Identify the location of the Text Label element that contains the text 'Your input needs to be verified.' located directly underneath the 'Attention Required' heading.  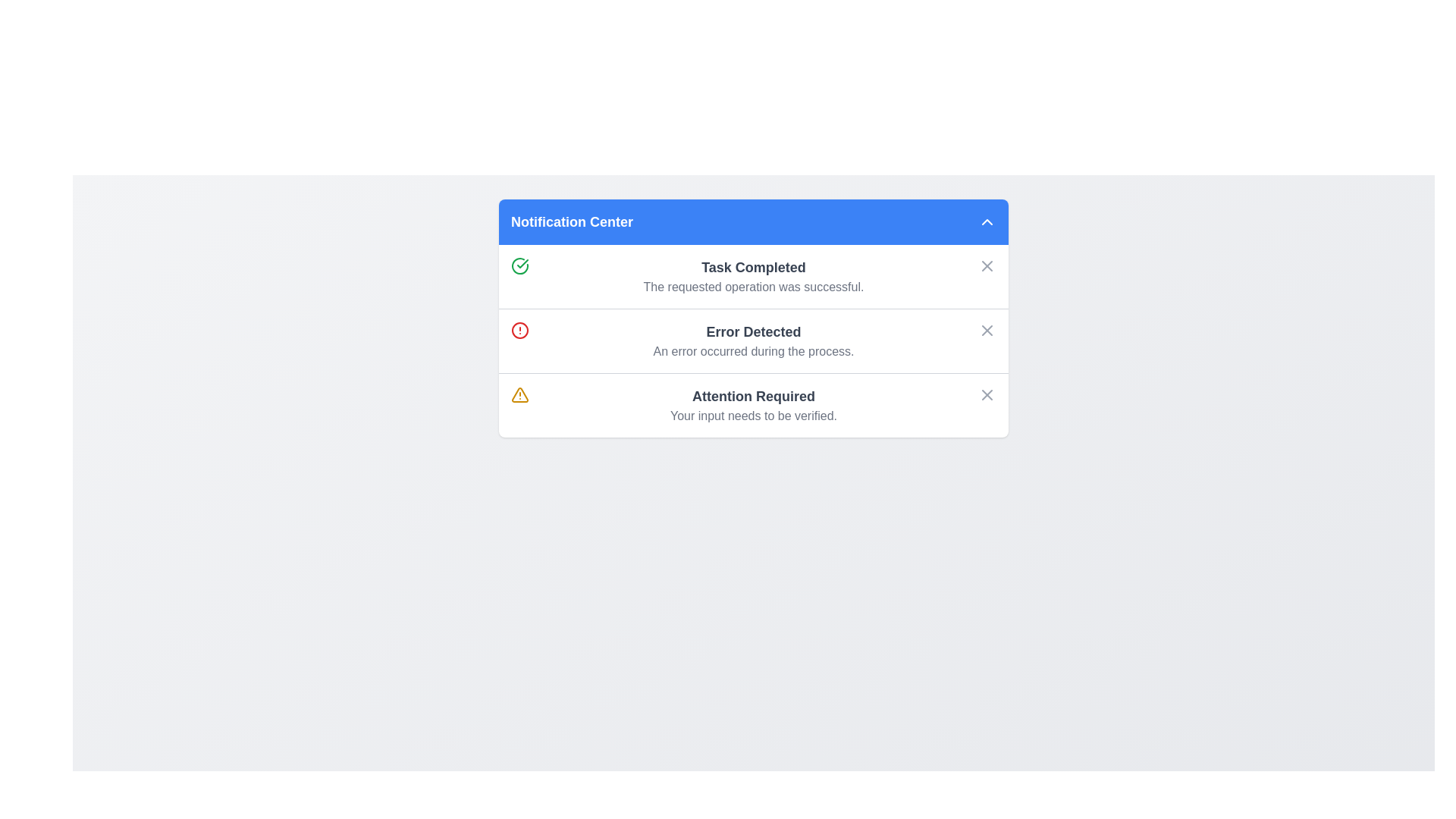
(753, 416).